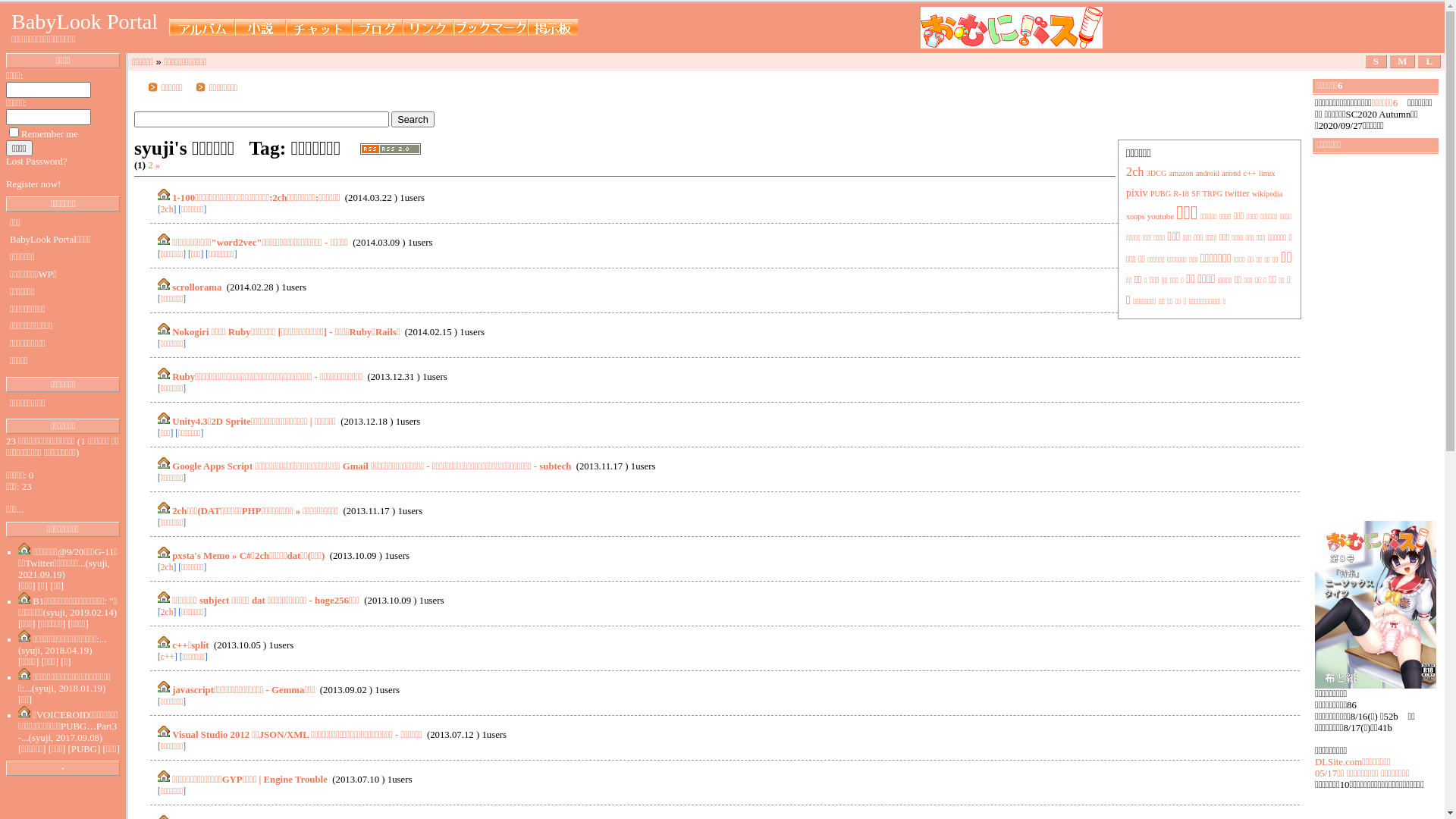 This screenshot has height=819, width=1456. I want to click on 'xoops', so click(1125, 216).